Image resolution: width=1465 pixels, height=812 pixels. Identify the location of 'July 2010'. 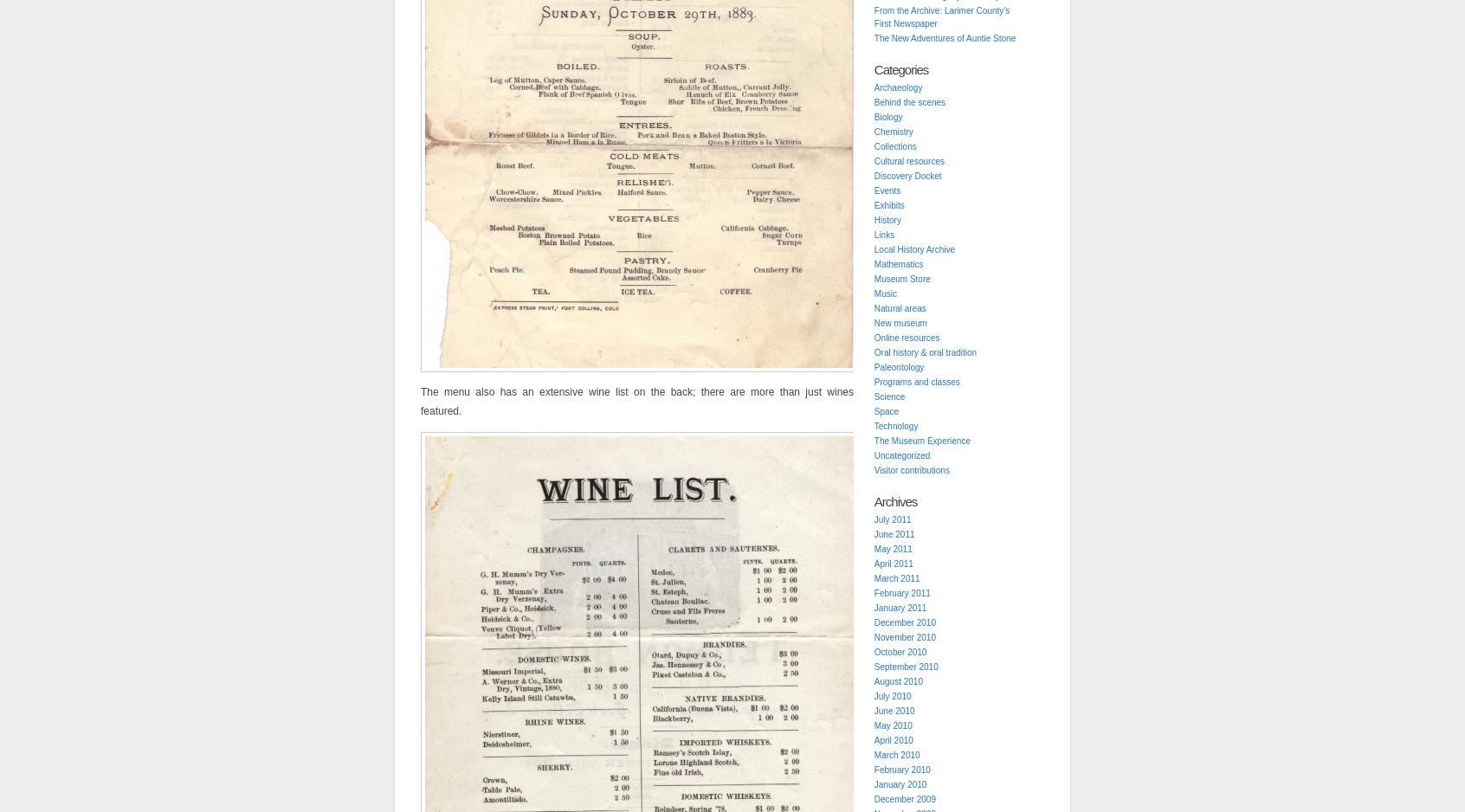
(891, 696).